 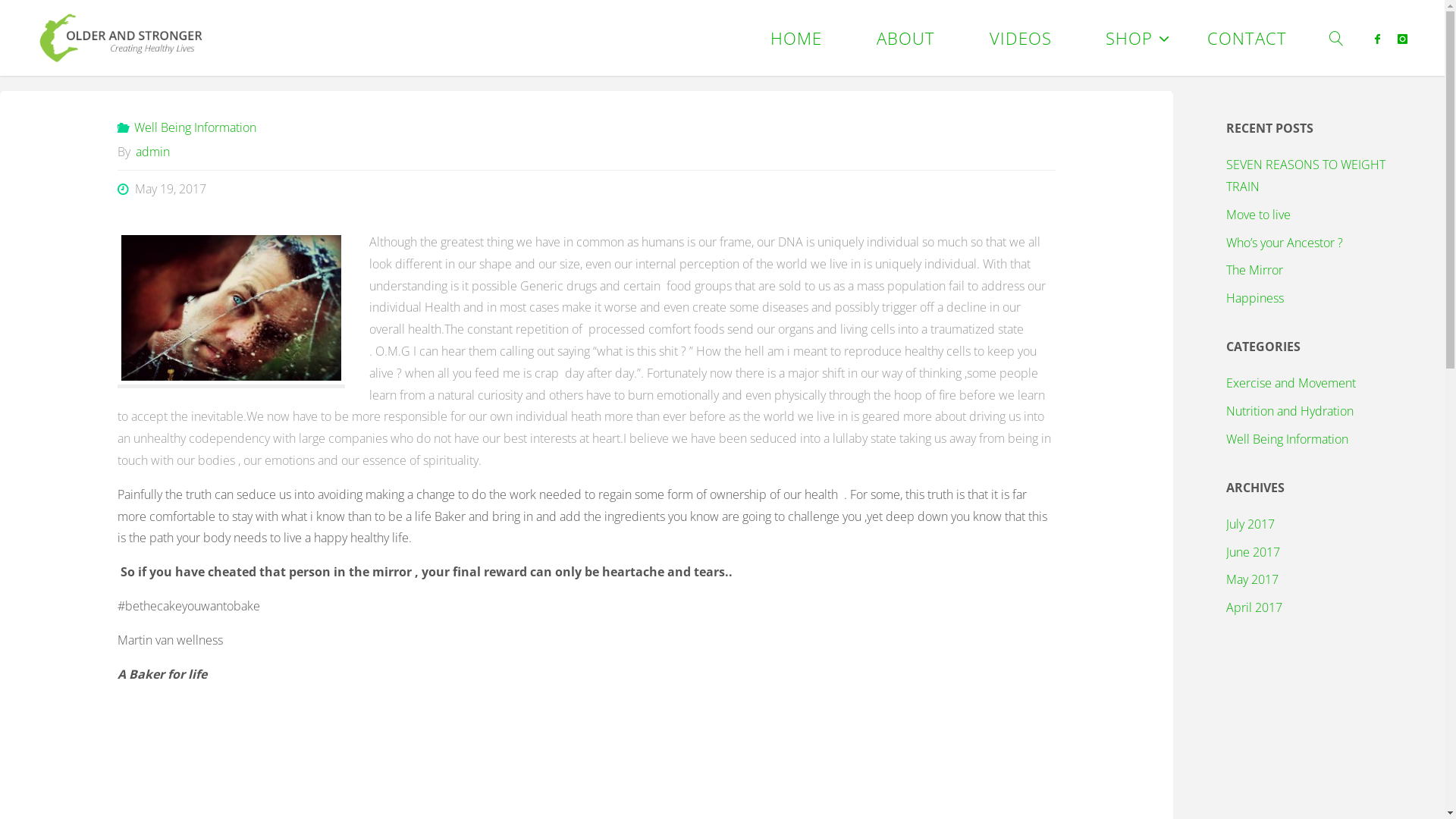 What do you see at coordinates (1253, 552) in the screenshot?
I see `'June 2017'` at bounding box center [1253, 552].